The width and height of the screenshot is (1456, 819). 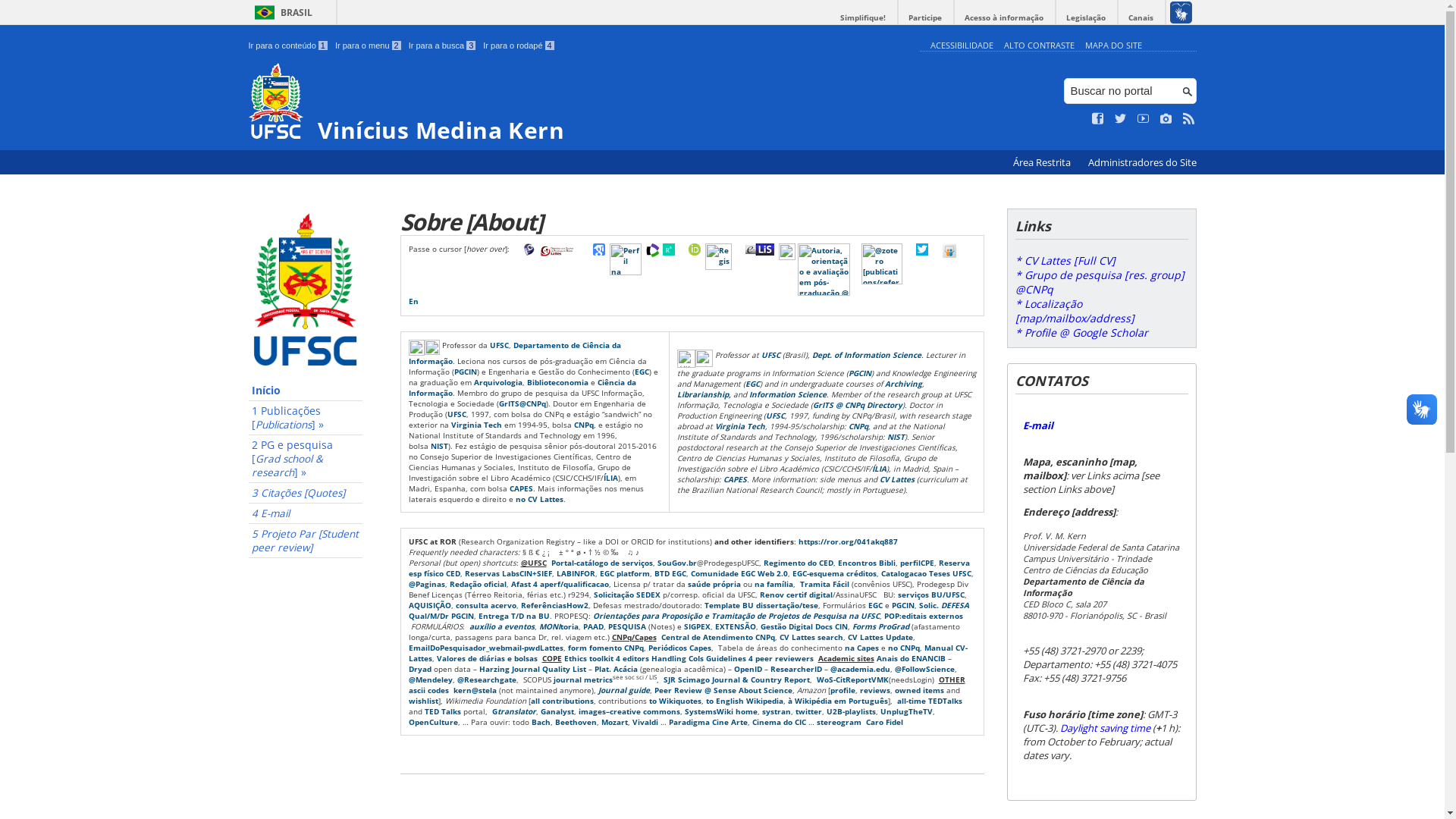 I want to click on 'Handling CoIs', so click(x=676, y=657).